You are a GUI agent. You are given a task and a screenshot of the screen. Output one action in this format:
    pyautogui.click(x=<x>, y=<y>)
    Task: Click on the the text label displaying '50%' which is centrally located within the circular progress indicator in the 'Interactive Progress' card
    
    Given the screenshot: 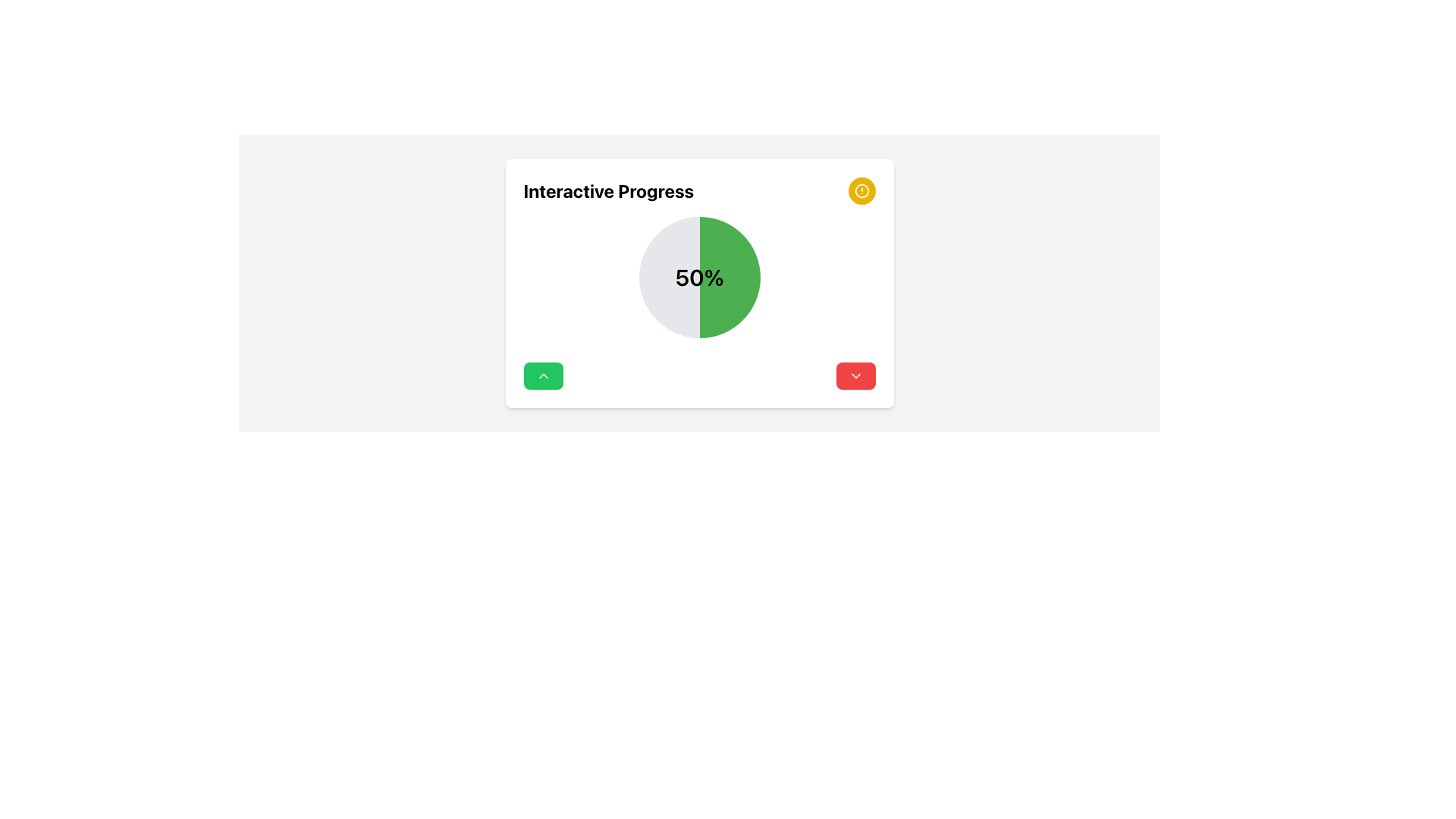 What is the action you would take?
    pyautogui.click(x=698, y=278)
    